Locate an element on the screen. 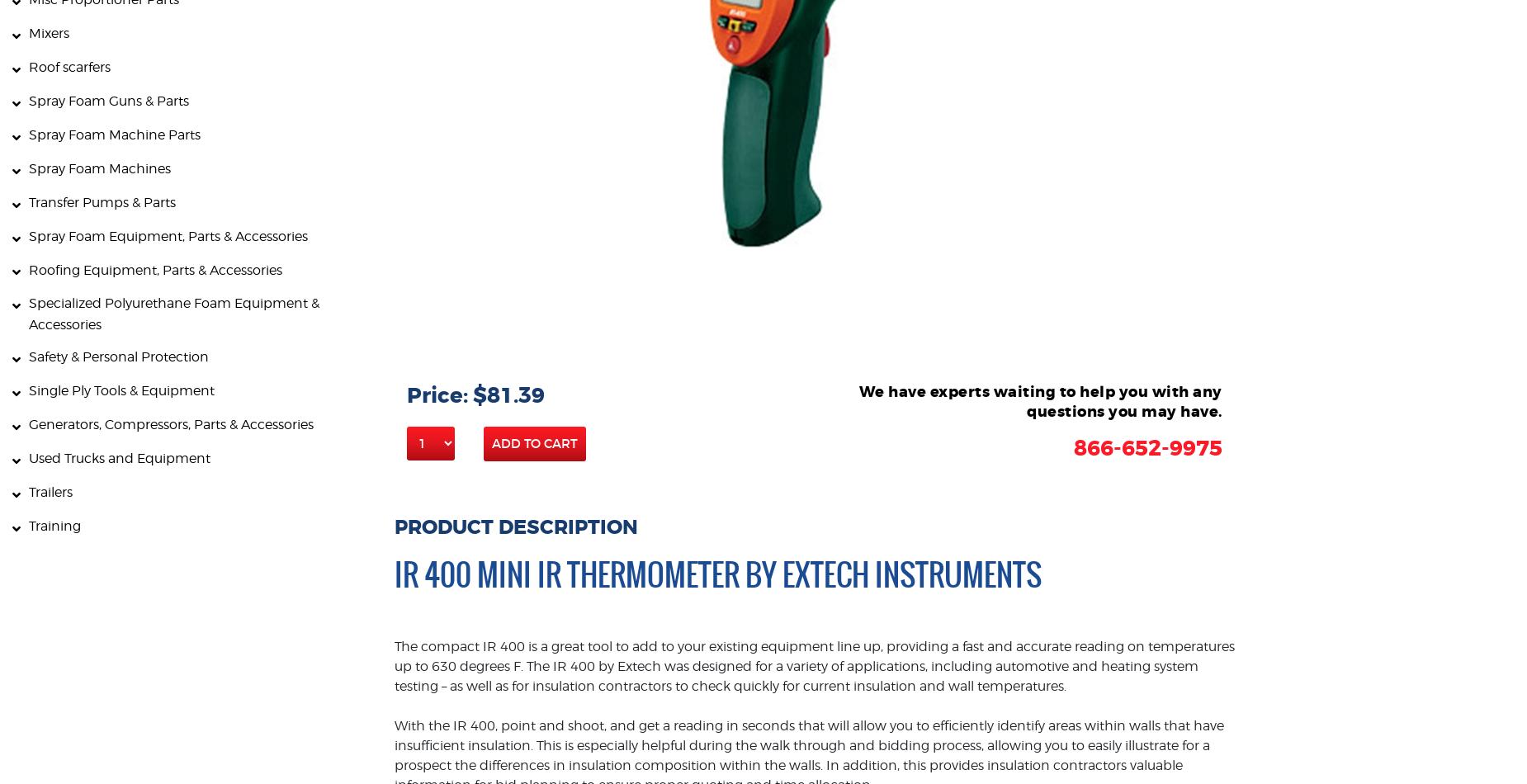 The image size is (1527, 784). 'Add to Cart' is located at coordinates (533, 442).